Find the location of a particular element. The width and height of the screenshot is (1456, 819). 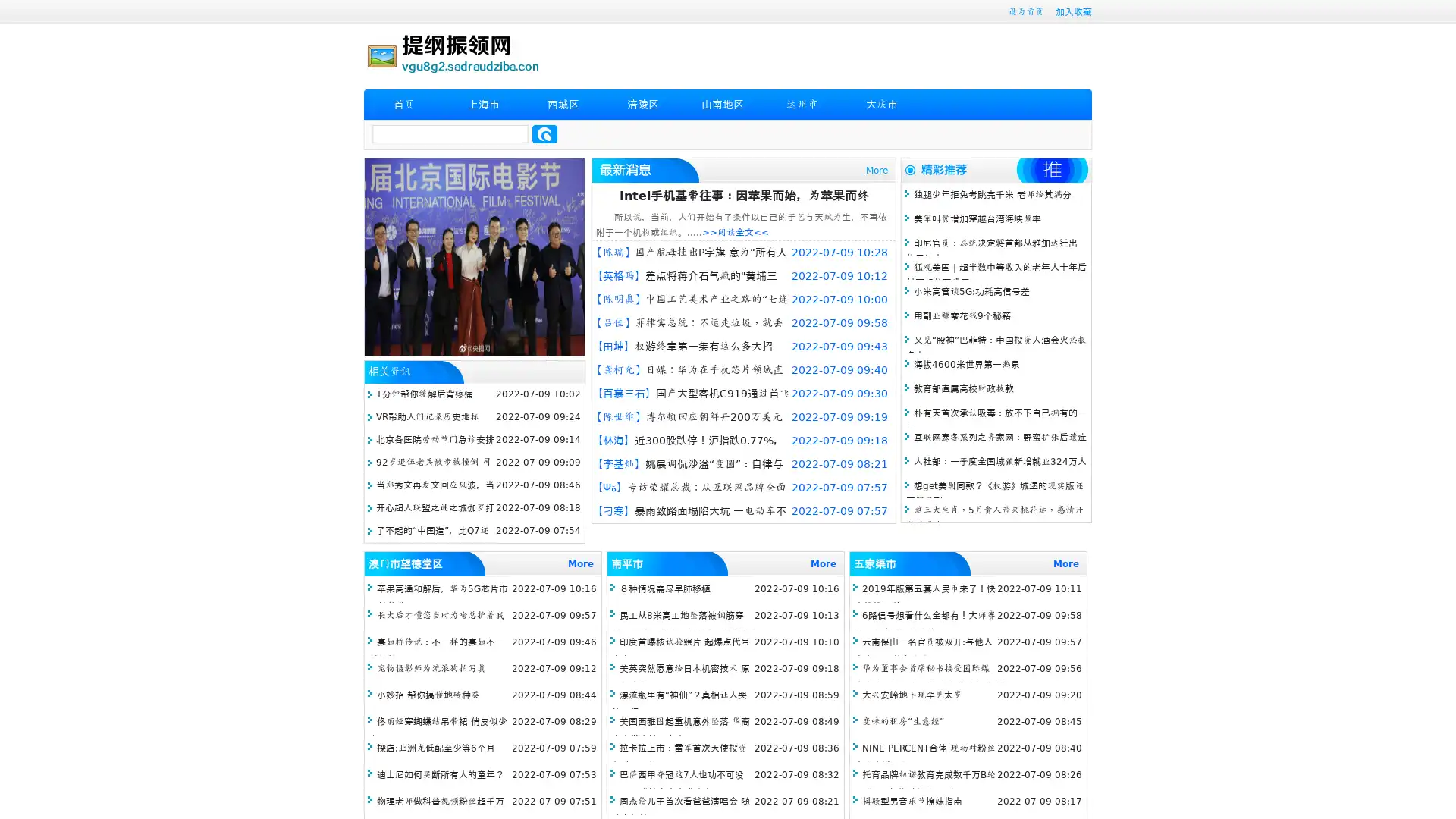

Search is located at coordinates (544, 133).